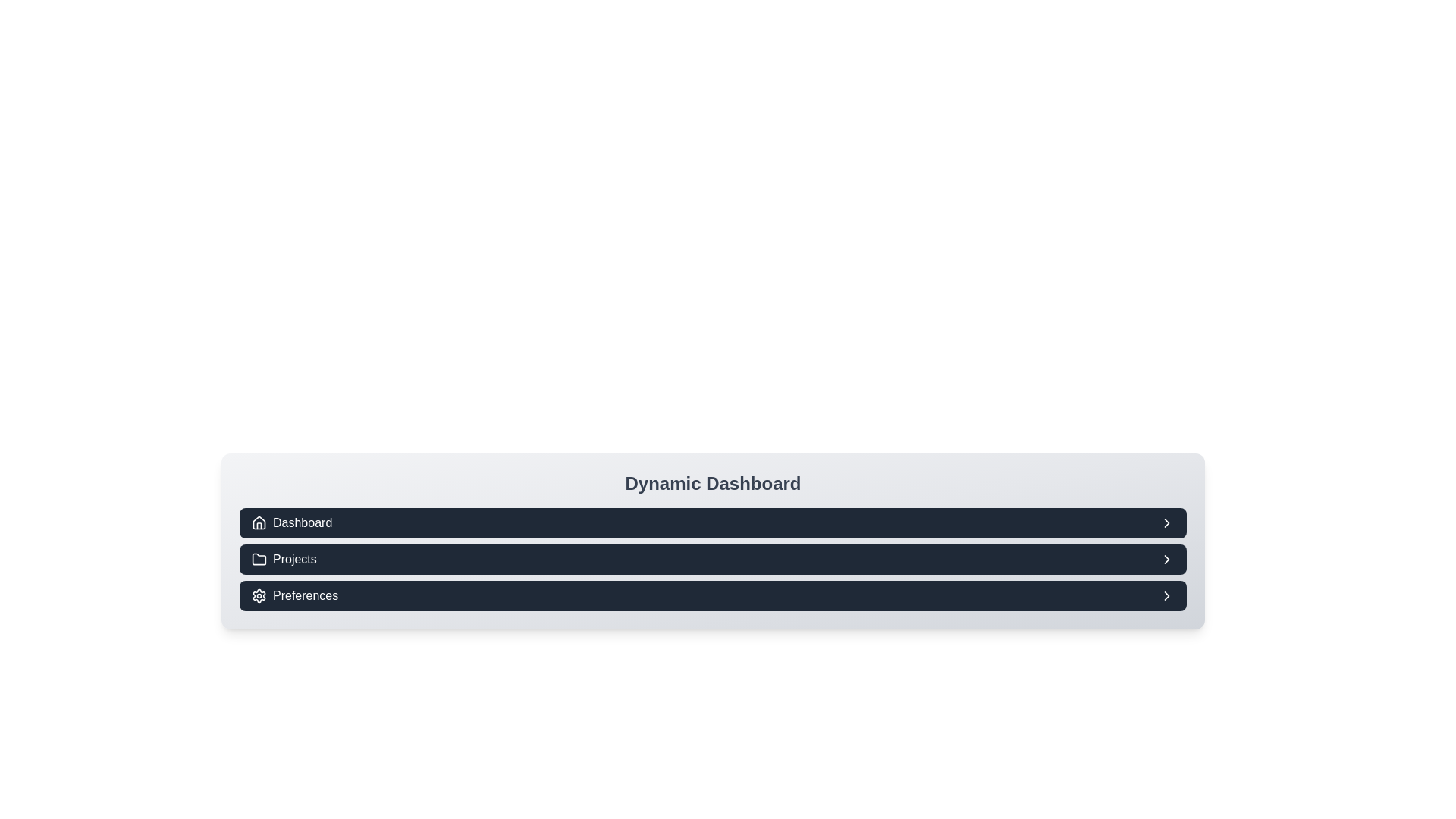 The image size is (1456, 819). I want to click on the third navigation button, so click(712, 595).